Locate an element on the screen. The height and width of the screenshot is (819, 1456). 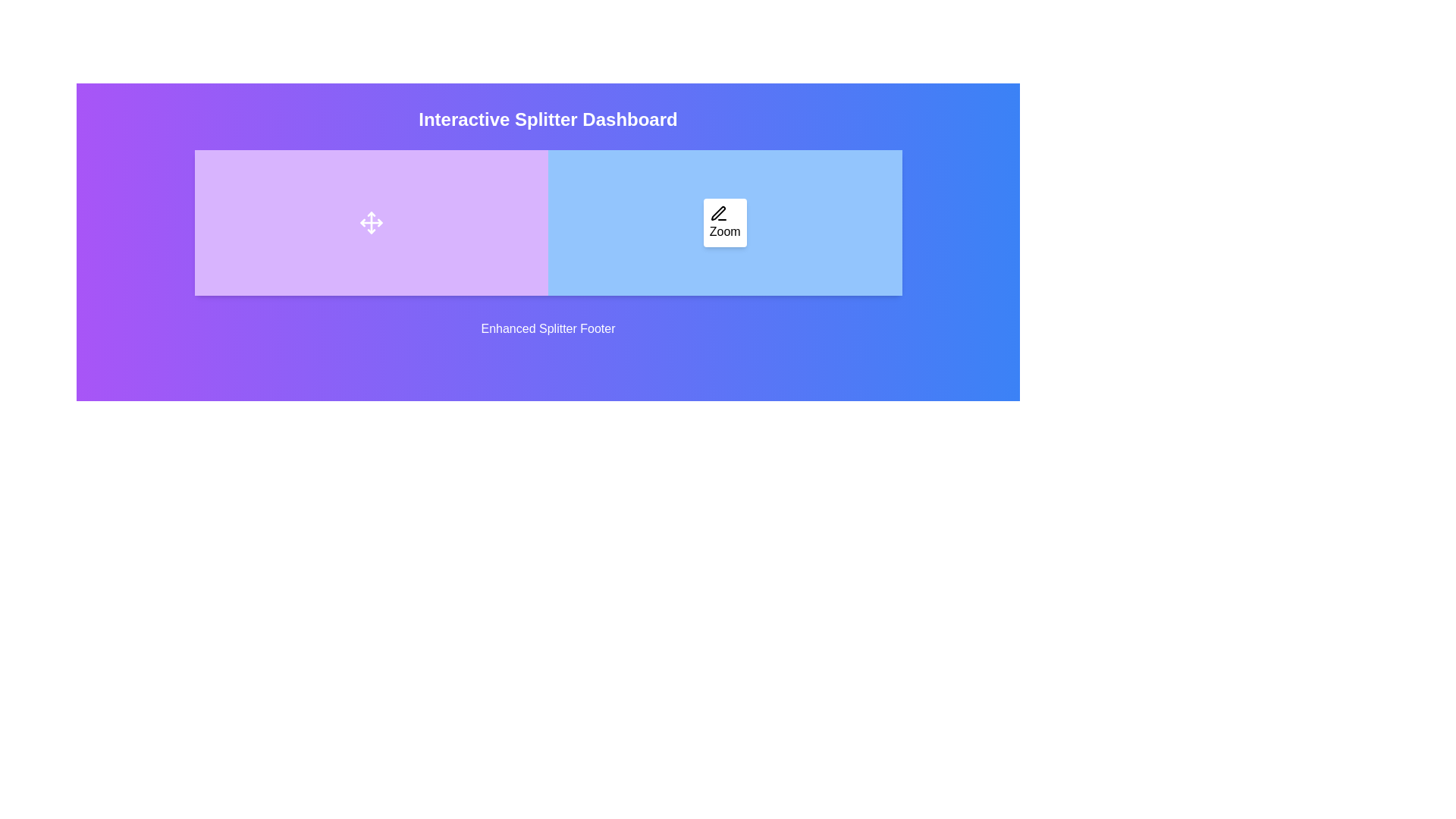
the directional arrow icon with a white outline located in a light purple area is located at coordinates (371, 222).